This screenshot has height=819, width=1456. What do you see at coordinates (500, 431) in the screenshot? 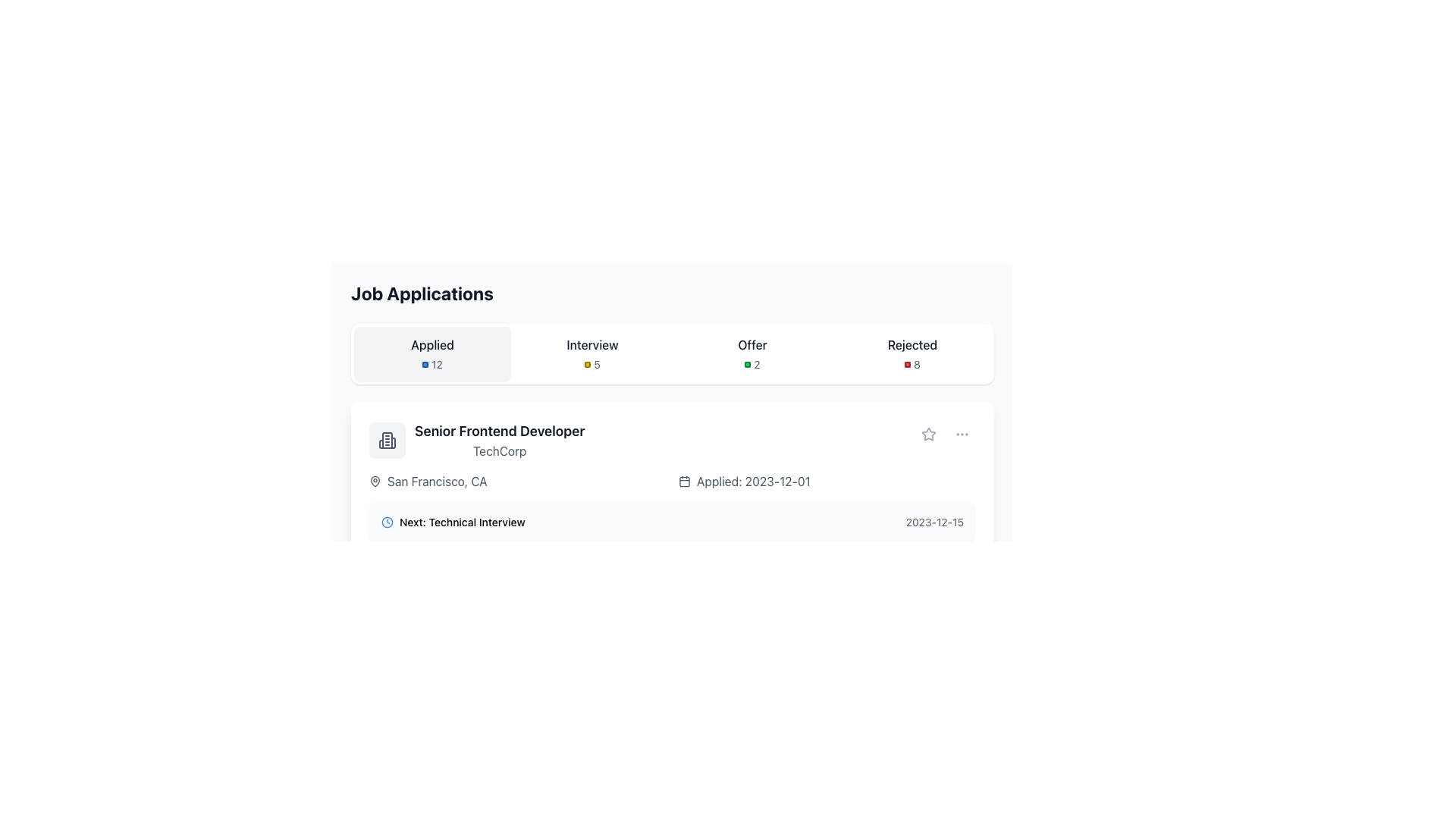
I see `job title text label displaying 'Senior Frontend Developer' located at the center of the job application card, which is positioned under the 'Job Applications' header` at bounding box center [500, 431].